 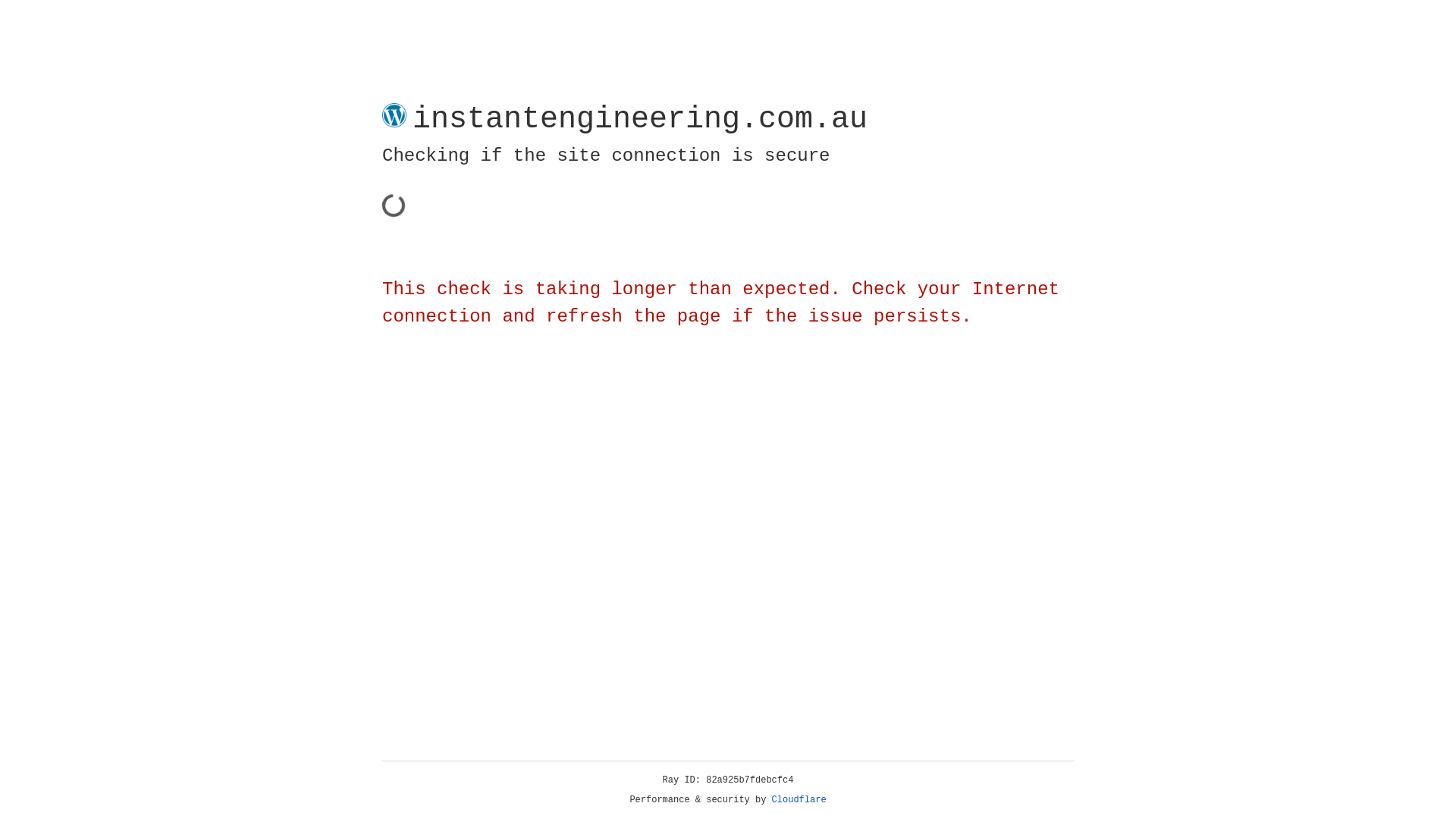 What do you see at coordinates (771, 799) in the screenshot?
I see `'Cloudflare'` at bounding box center [771, 799].